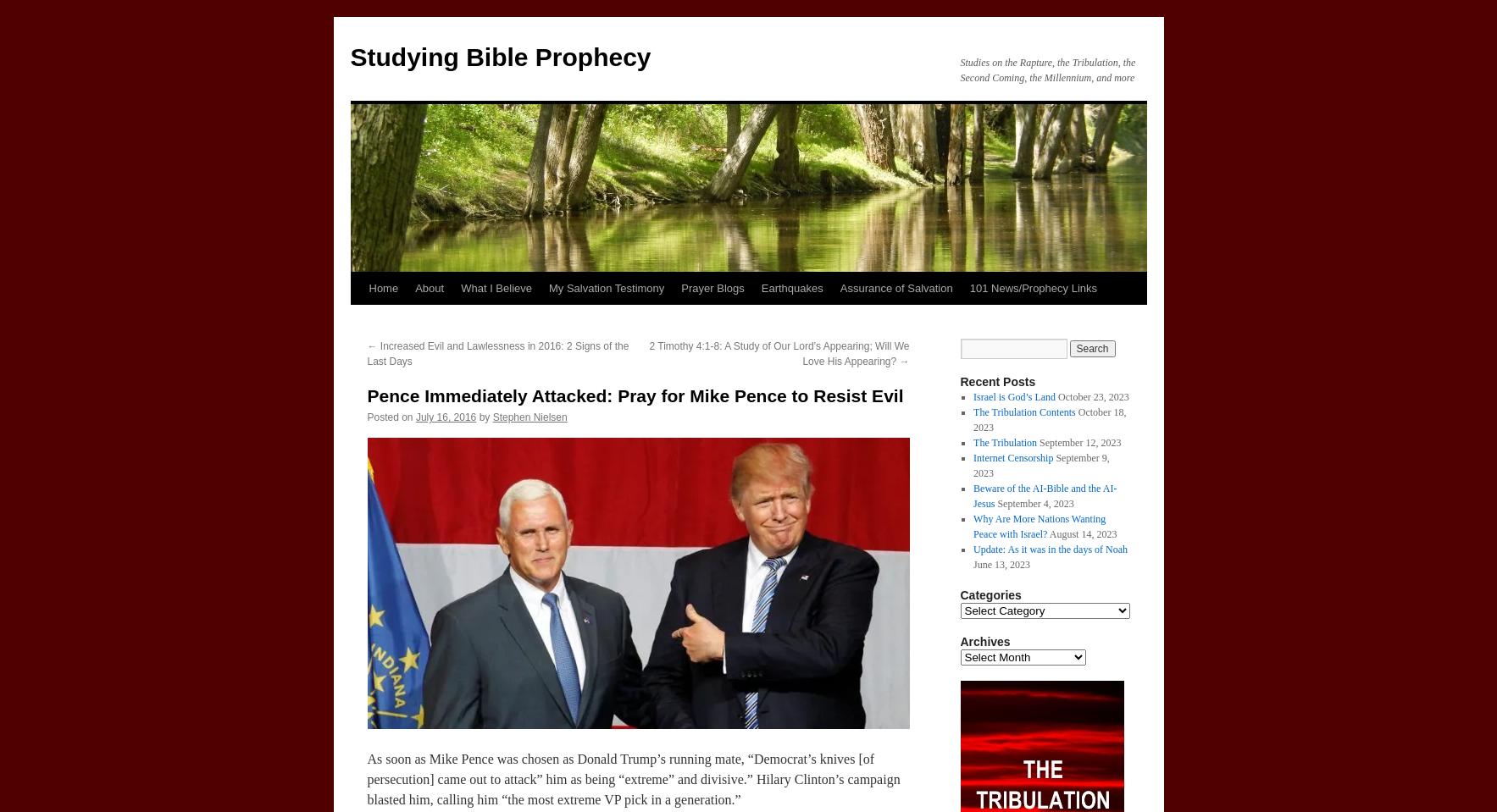  What do you see at coordinates (1013, 396) in the screenshot?
I see `'Israel is God’s Land'` at bounding box center [1013, 396].